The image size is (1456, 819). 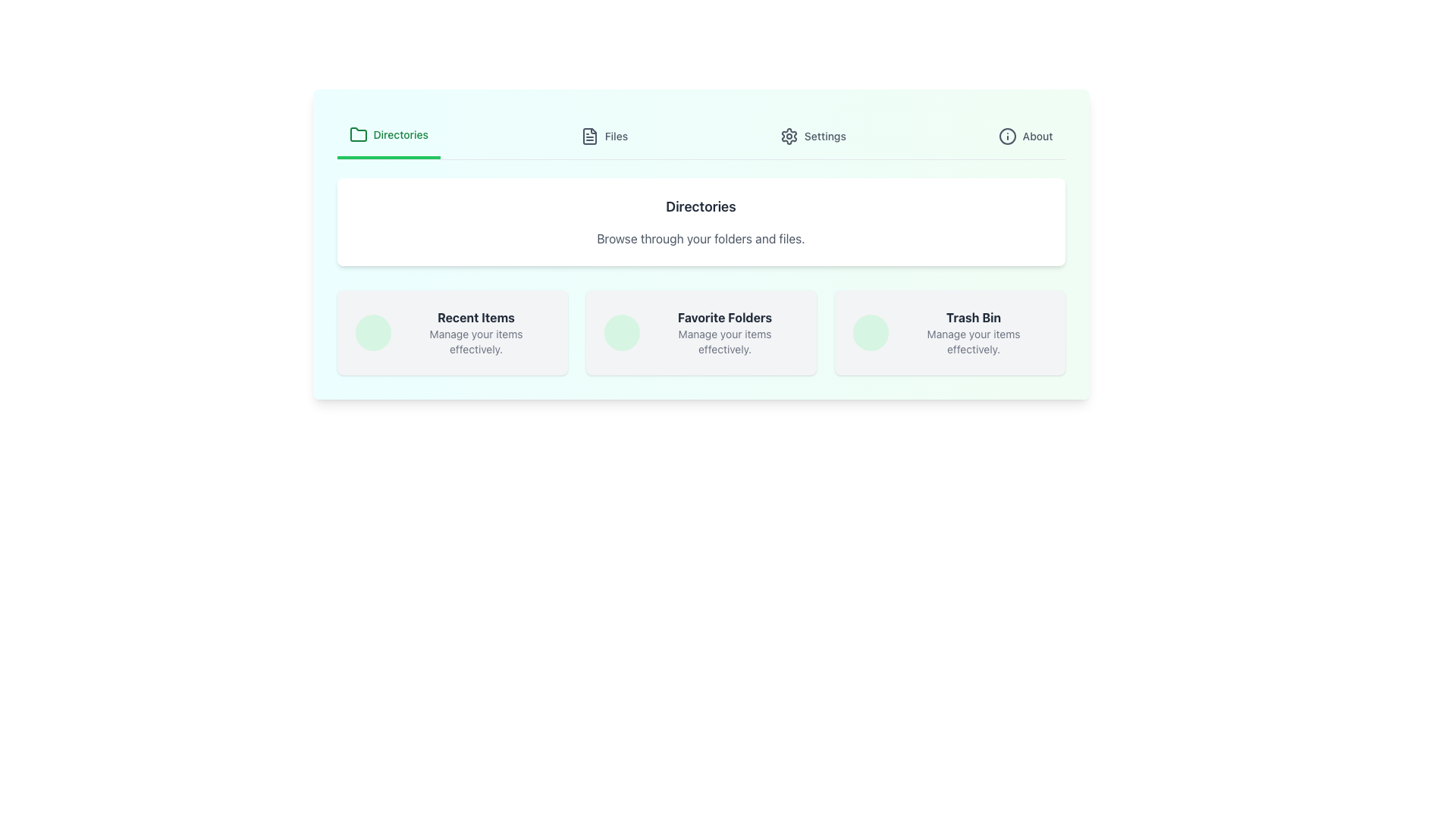 What do you see at coordinates (974, 317) in the screenshot?
I see `text from the Trash Bin section label, which is the rightmost item in the top-level navigation section below the main directory header` at bounding box center [974, 317].